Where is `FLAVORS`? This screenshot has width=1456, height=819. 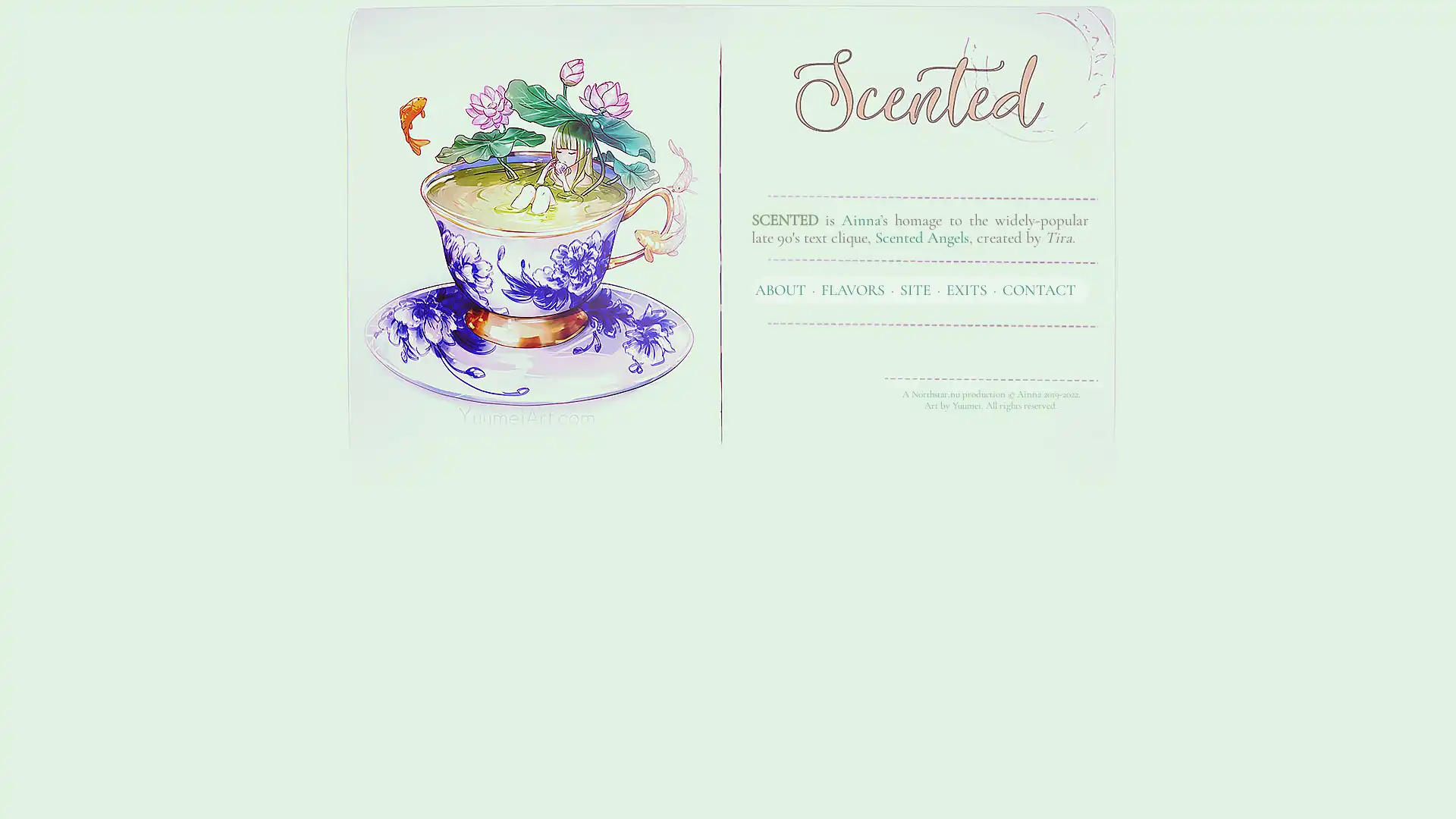 FLAVORS is located at coordinates (852, 289).